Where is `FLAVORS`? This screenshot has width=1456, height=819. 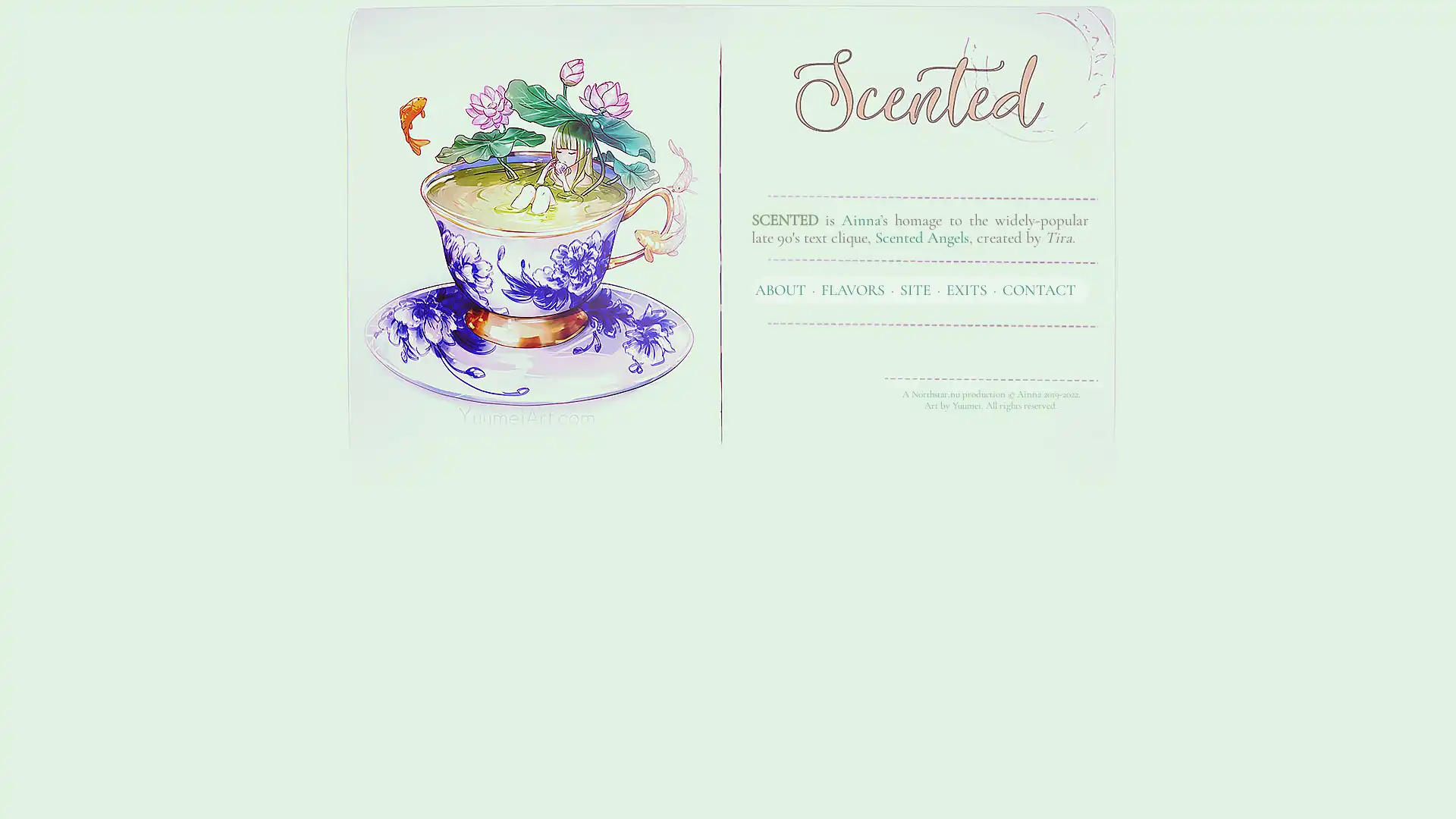 FLAVORS is located at coordinates (852, 289).